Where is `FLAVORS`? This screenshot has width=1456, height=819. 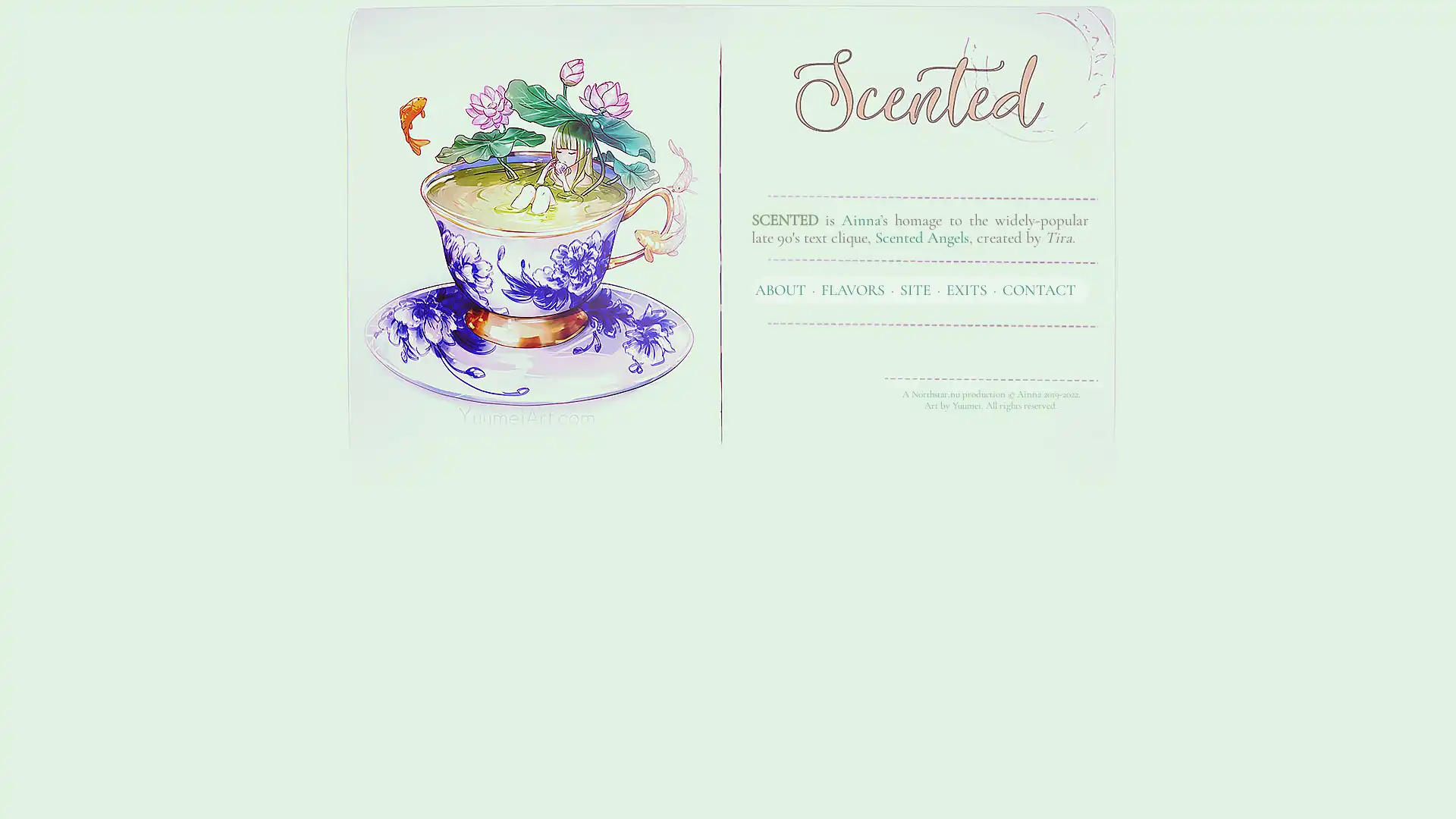 FLAVORS is located at coordinates (852, 289).